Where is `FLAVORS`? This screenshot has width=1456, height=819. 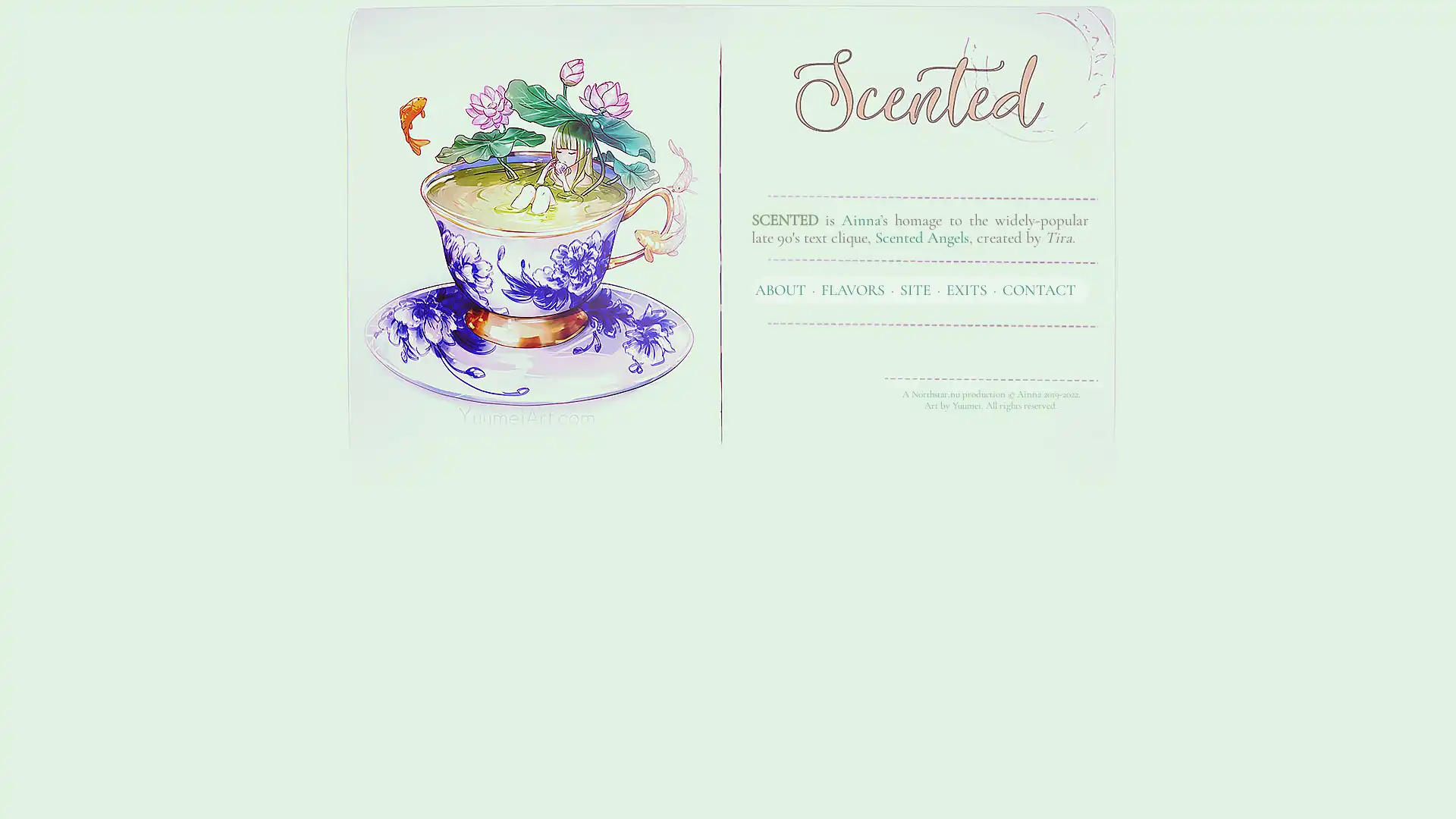 FLAVORS is located at coordinates (852, 289).